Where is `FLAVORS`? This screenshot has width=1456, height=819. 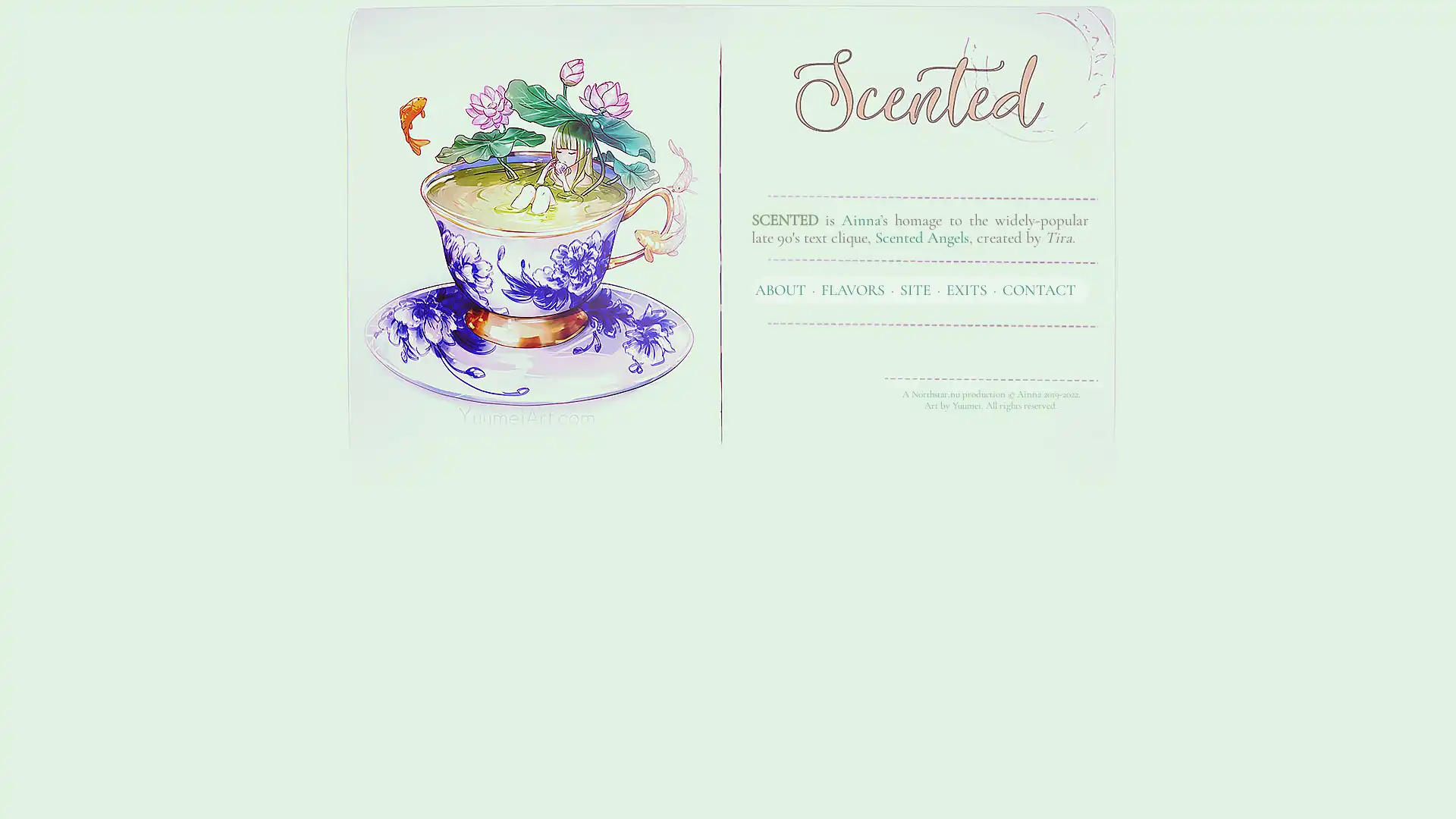 FLAVORS is located at coordinates (852, 289).